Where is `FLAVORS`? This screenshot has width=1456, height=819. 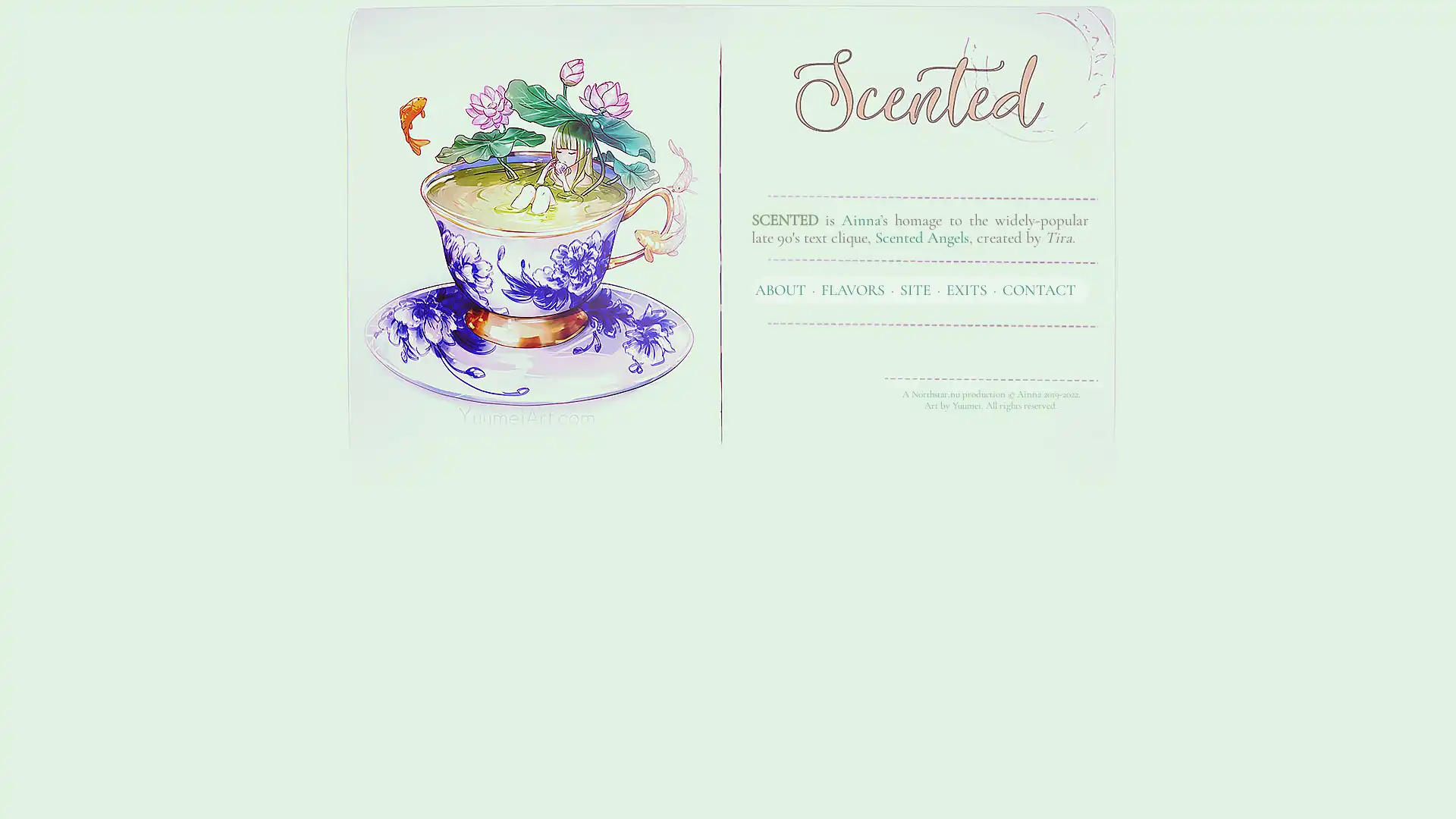 FLAVORS is located at coordinates (852, 289).